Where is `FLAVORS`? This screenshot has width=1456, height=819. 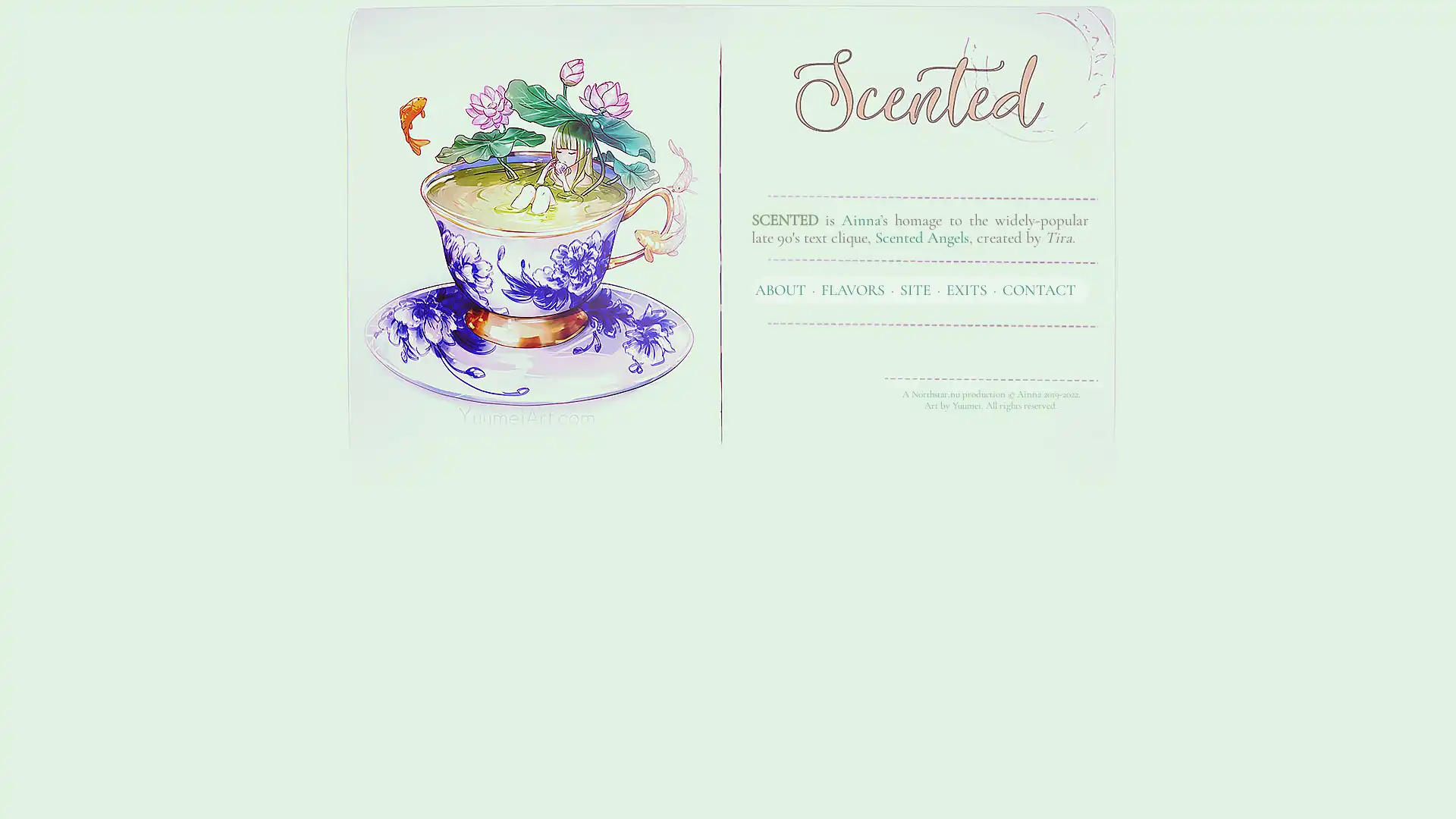 FLAVORS is located at coordinates (852, 289).